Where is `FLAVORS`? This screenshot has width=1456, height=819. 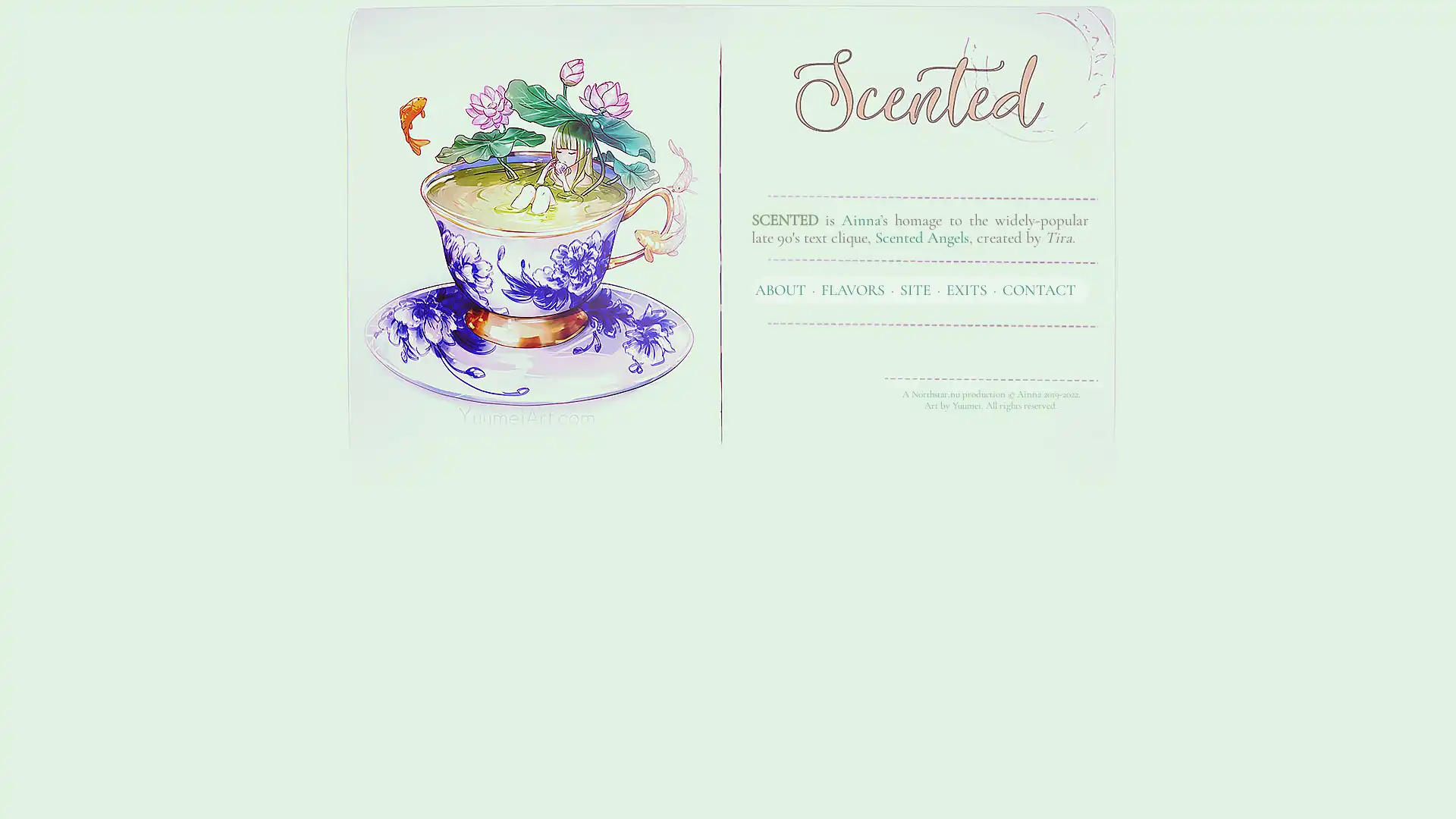 FLAVORS is located at coordinates (852, 289).